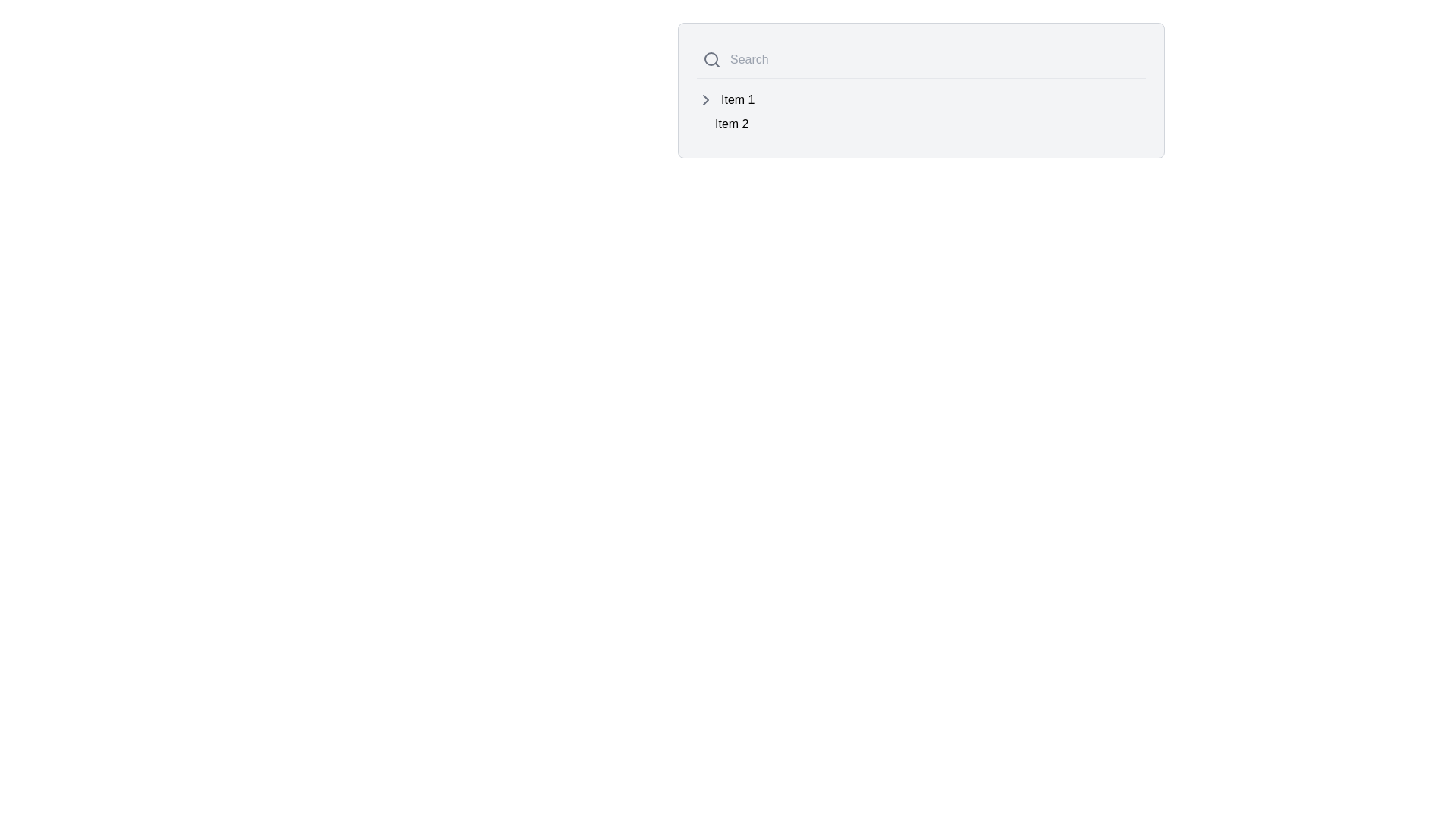 The height and width of the screenshot is (819, 1456). What do you see at coordinates (705, 99) in the screenshot?
I see `the Chevron Arrow icon located to the left of 'Item 1' in the vertical list` at bounding box center [705, 99].